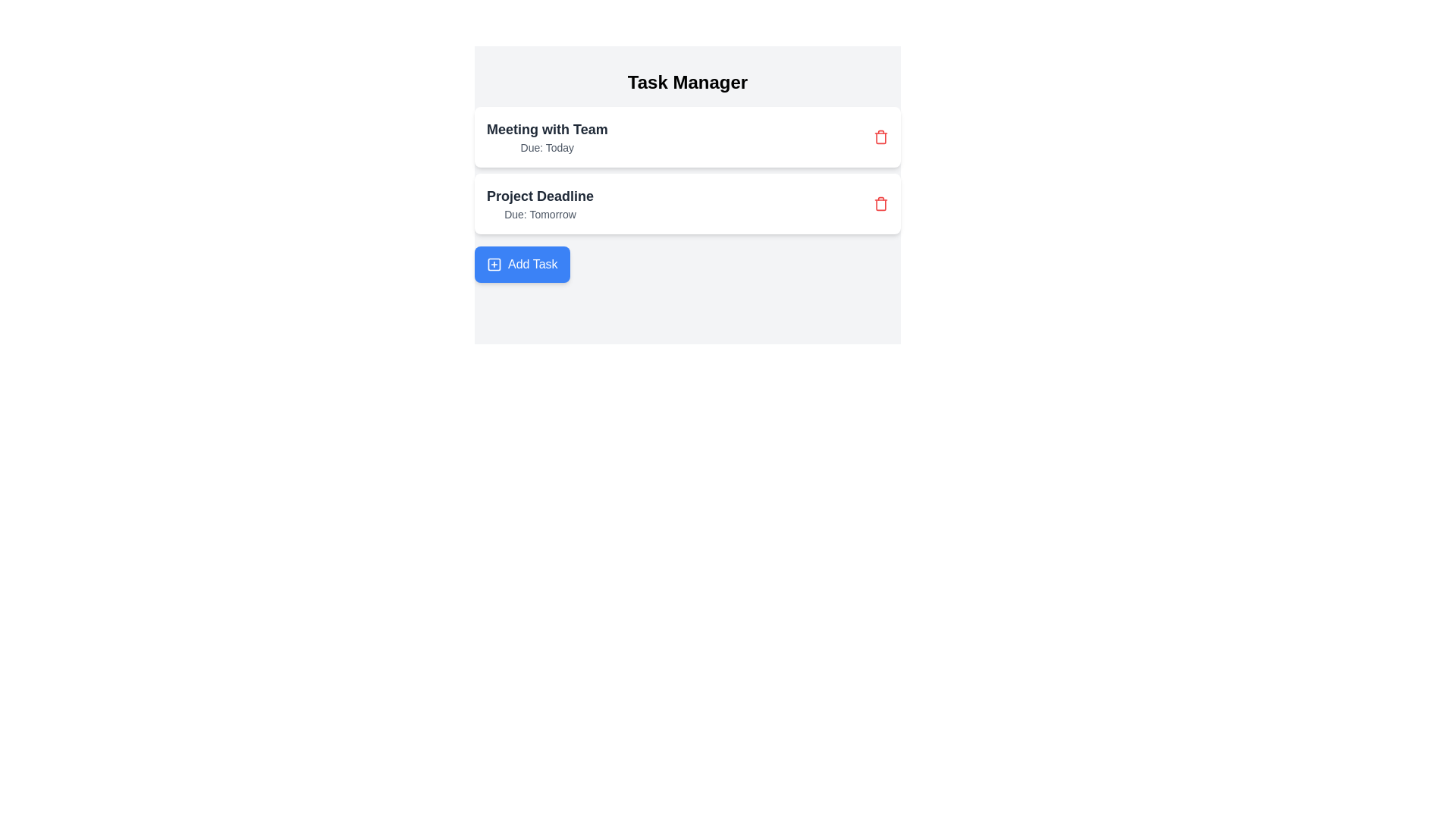  Describe the element at coordinates (546, 137) in the screenshot. I see `the first task card in the Task Manager labeled 'Meeting with Team'` at that location.